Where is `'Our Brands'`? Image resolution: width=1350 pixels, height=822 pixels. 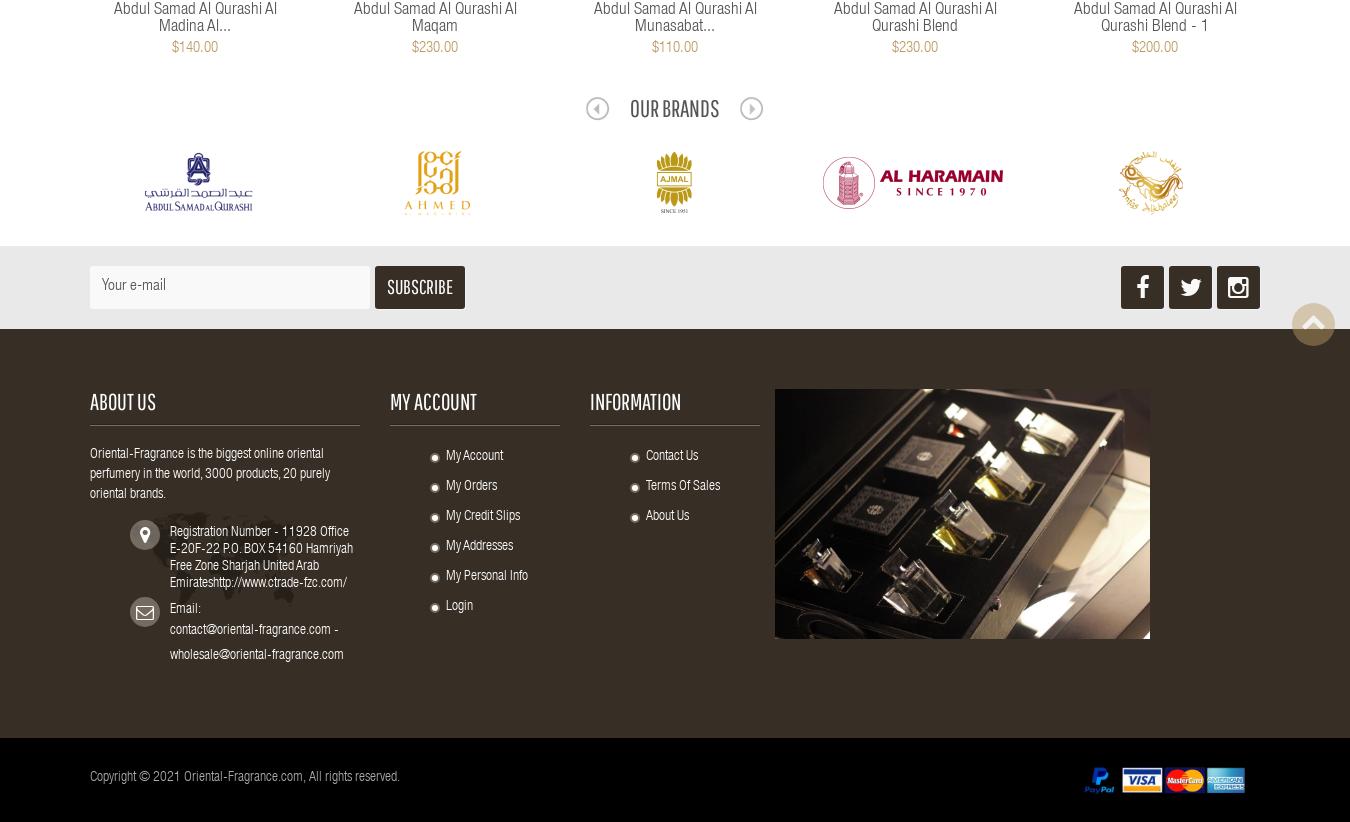 'Our Brands' is located at coordinates (675, 106).